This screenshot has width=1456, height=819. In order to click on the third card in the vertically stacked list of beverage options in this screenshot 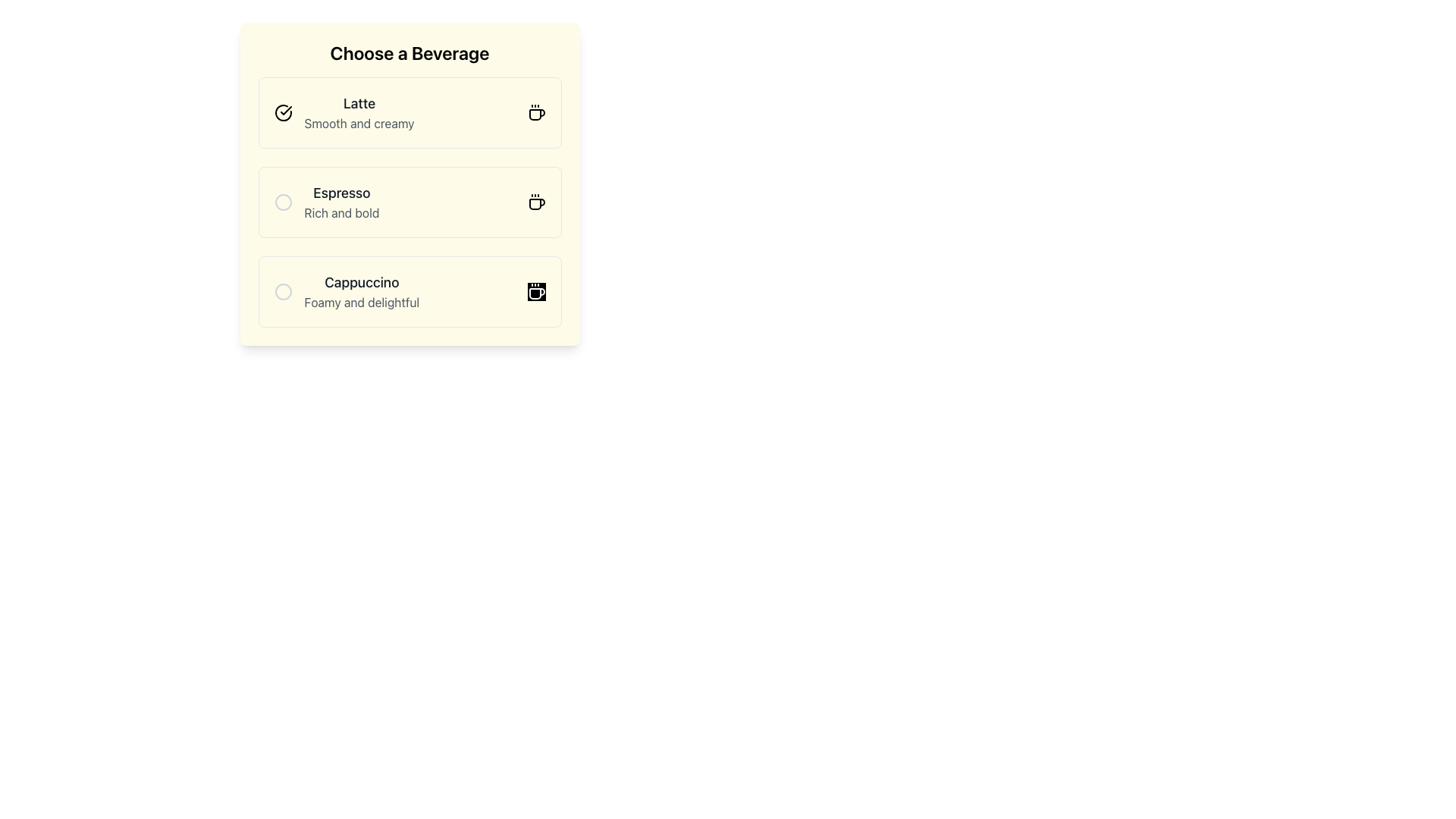, I will do `click(361, 292)`.